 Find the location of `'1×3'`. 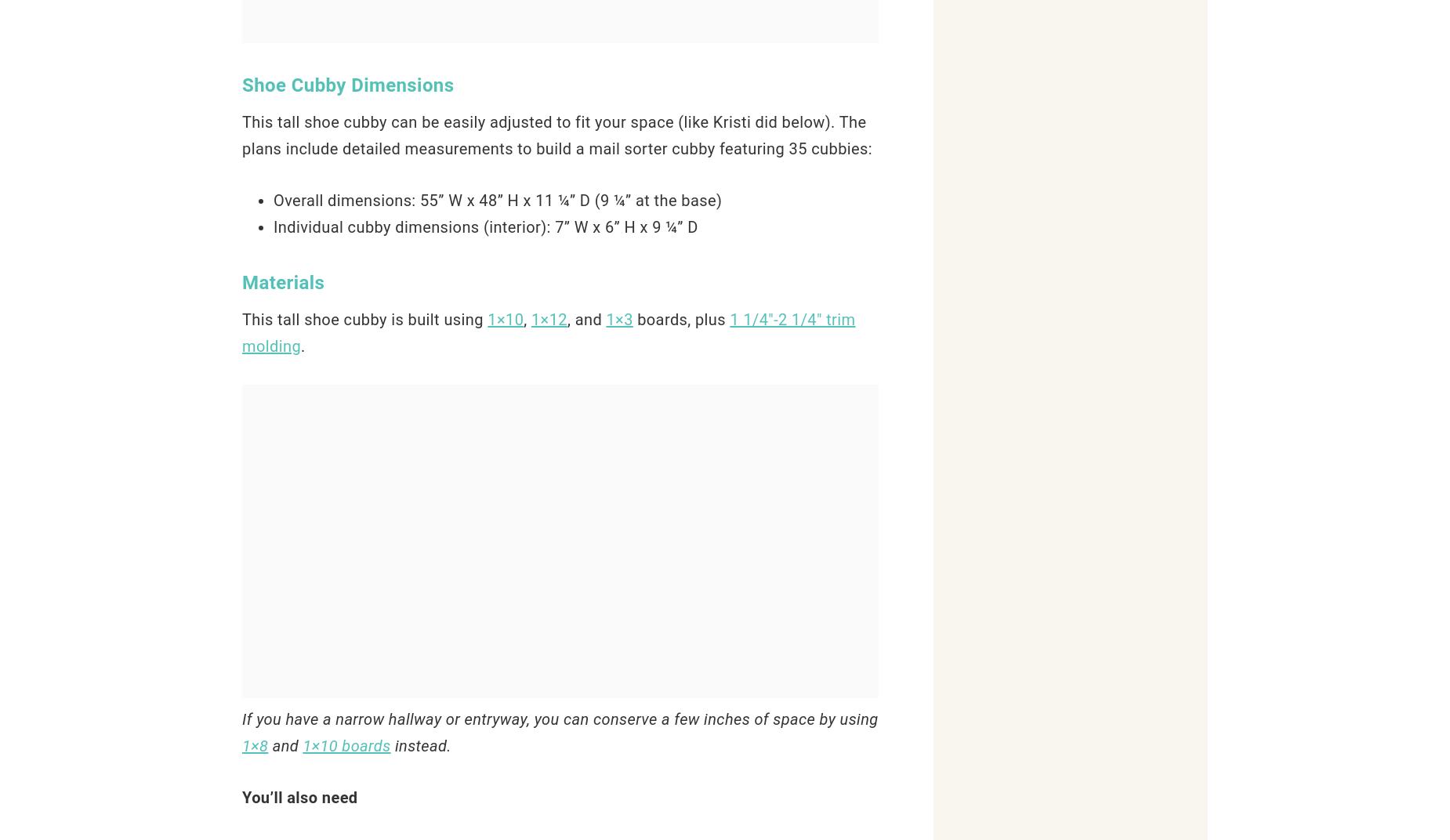

'1×3' is located at coordinates (618, 319).